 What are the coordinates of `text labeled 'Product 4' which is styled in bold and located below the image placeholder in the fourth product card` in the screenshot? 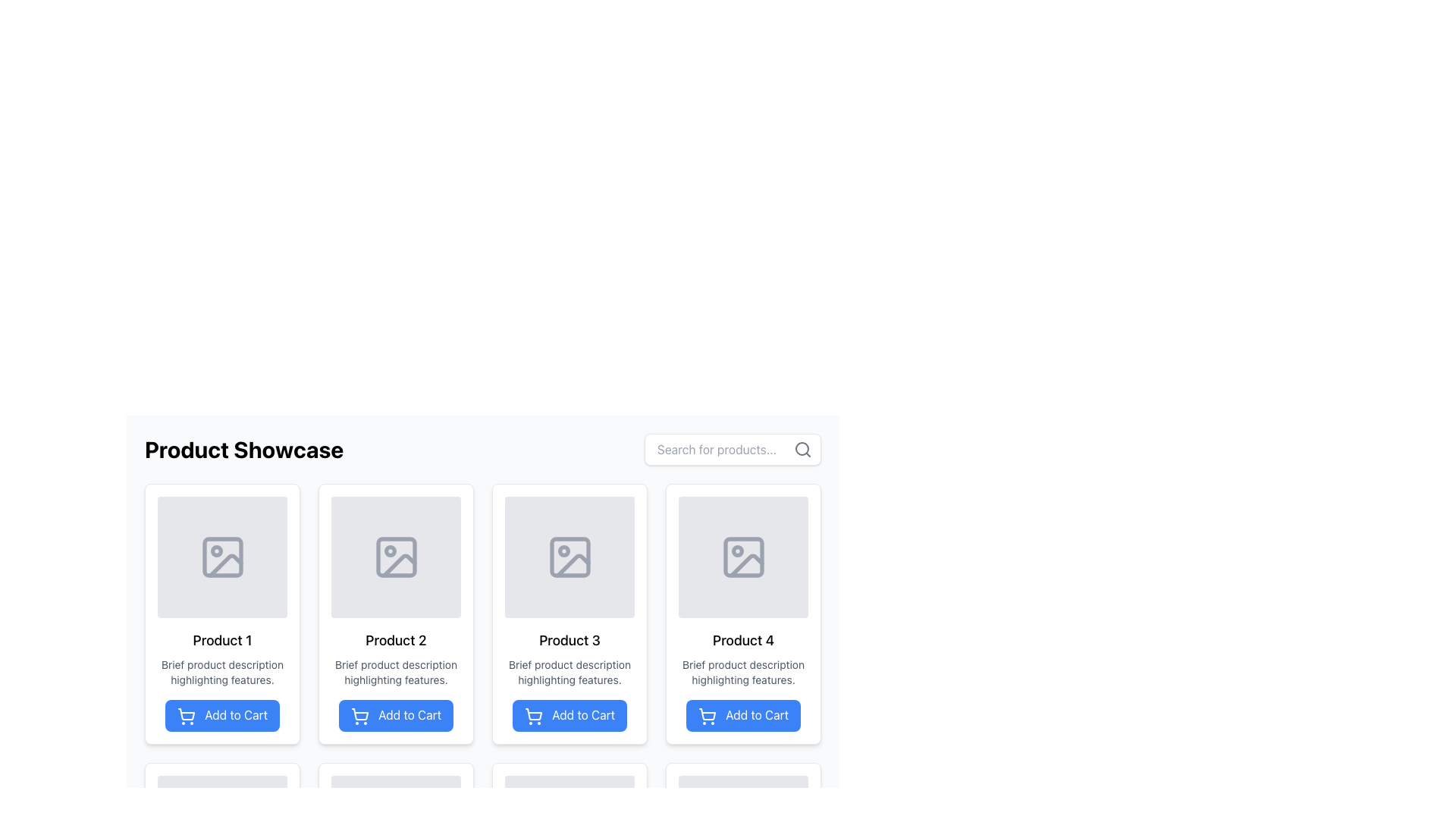 It's located at (743, 640).